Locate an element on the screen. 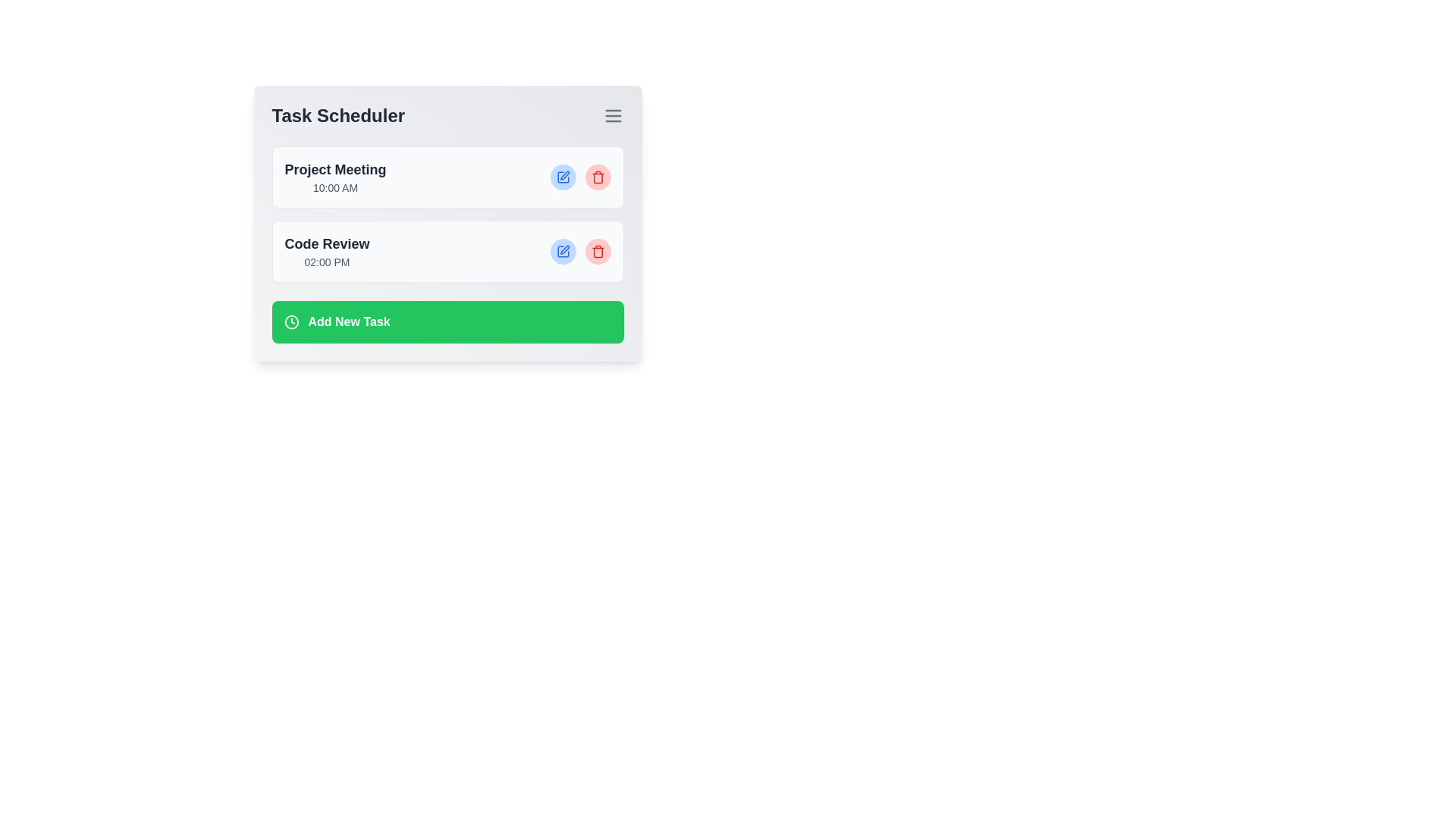 The image size is (1456, 819). the red trash bin icon is located at coordinates (597, 250).